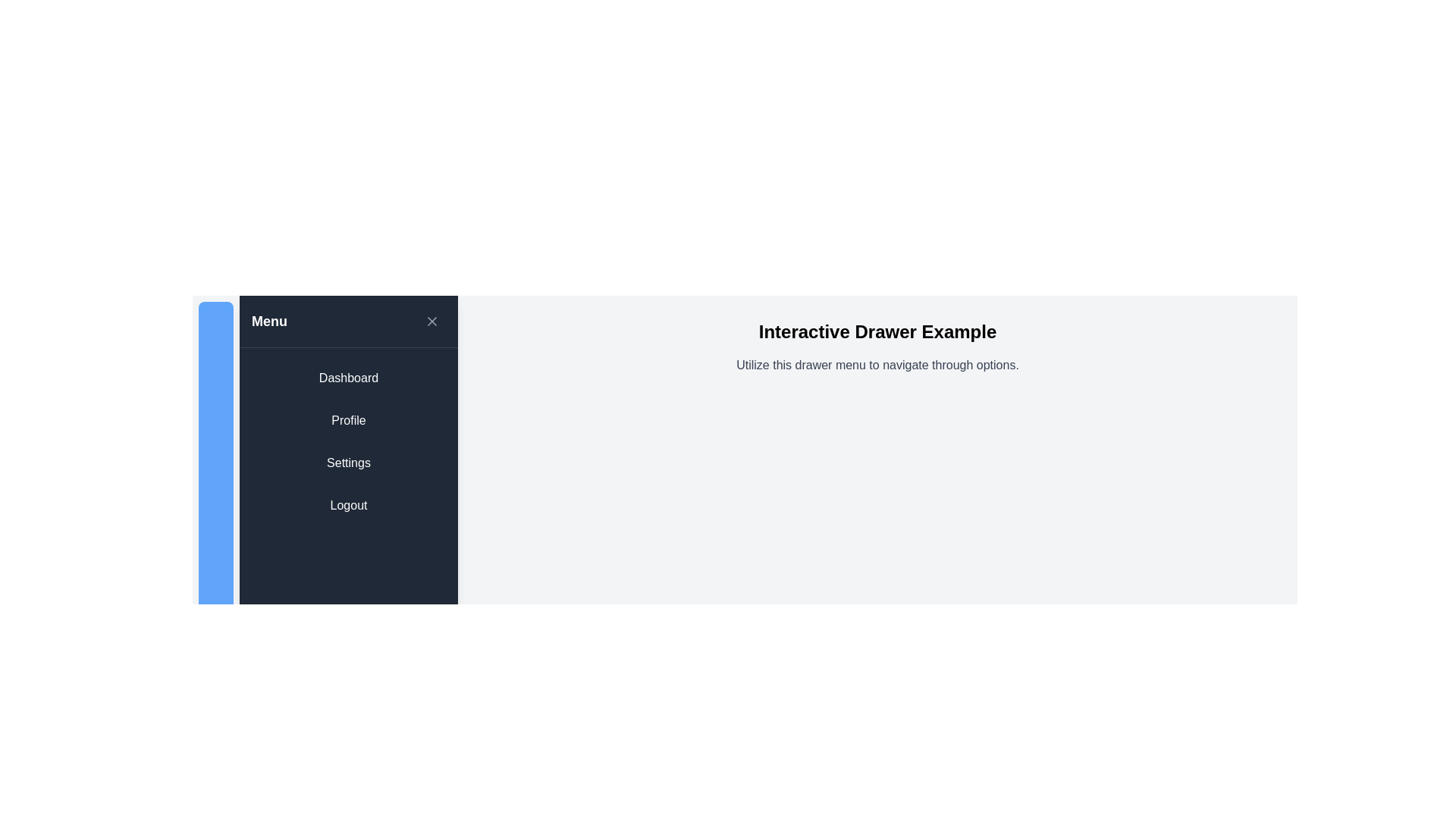 The height and width of the screenshot is (819, 1456). What do you see at coordinates (269, 321) in the screenshot?
I see `the 'Menu' label, which is a bold, white text on a dark blue background located in the top-left section of the vertical navigation panel` at bounding box center [269, 321].